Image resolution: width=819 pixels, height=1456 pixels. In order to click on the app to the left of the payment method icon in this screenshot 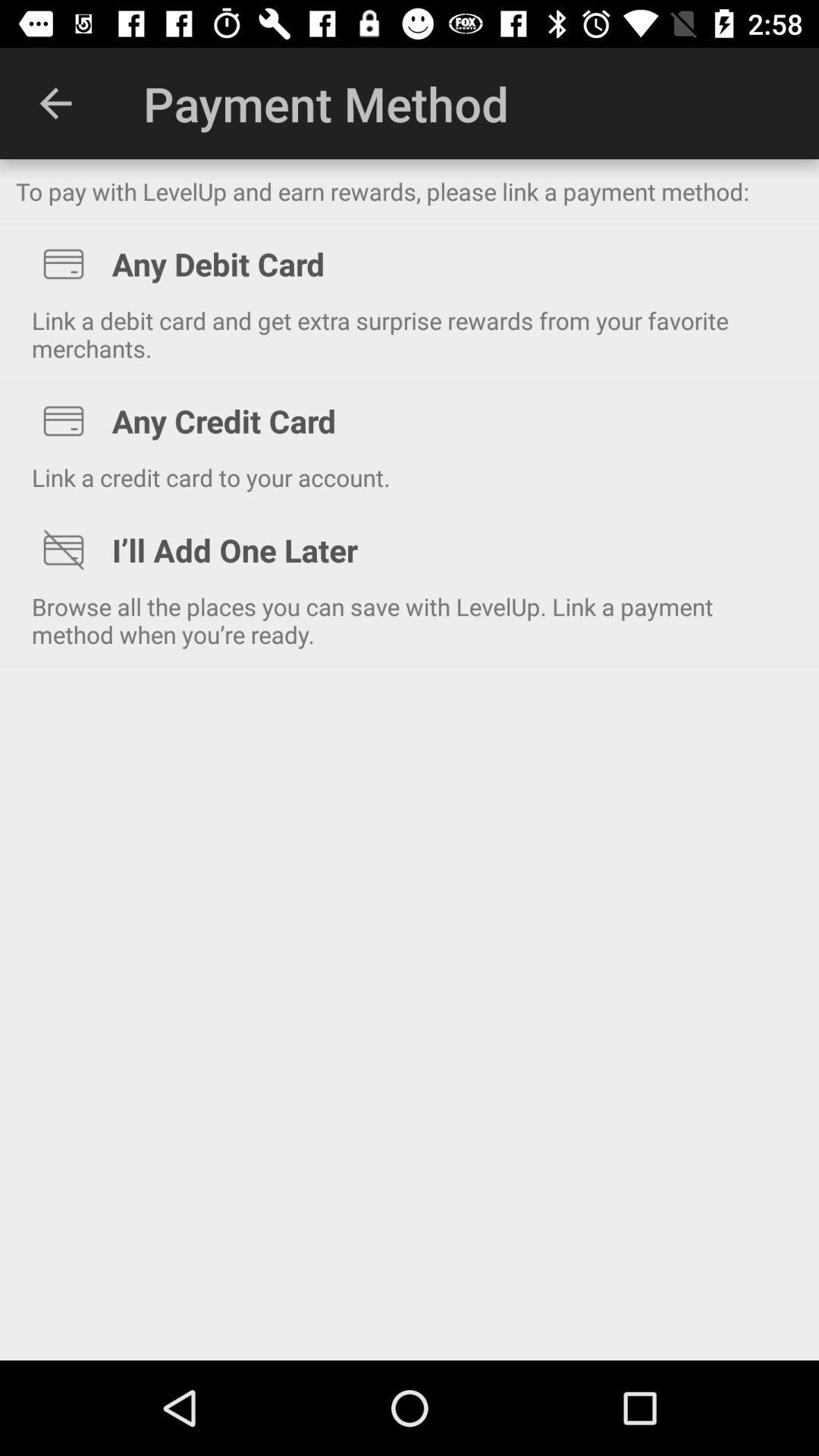, I will do `click(55, 102)`.